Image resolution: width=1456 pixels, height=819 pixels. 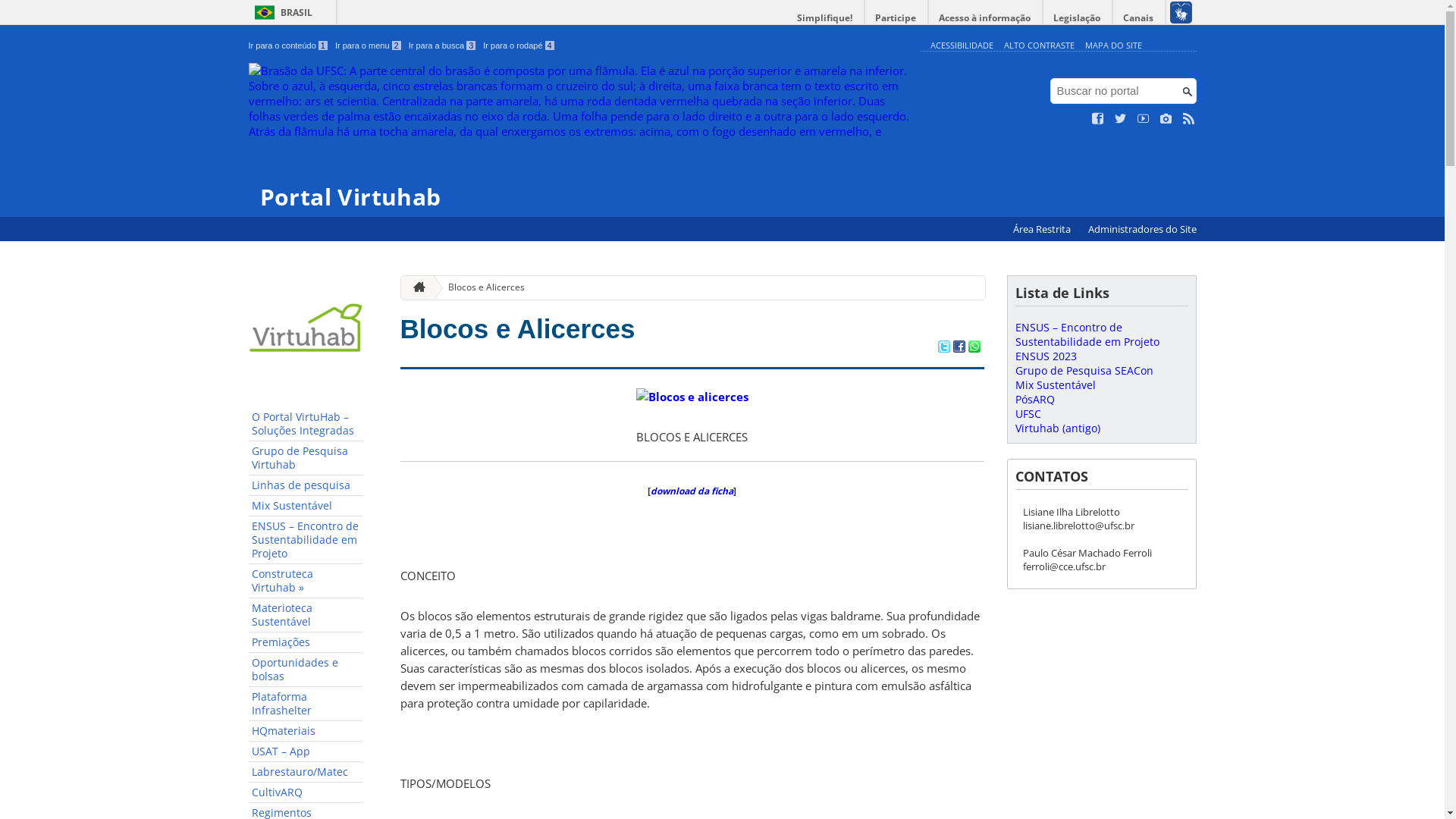 I want to click on 'Participe', so click(x=895, y=17).